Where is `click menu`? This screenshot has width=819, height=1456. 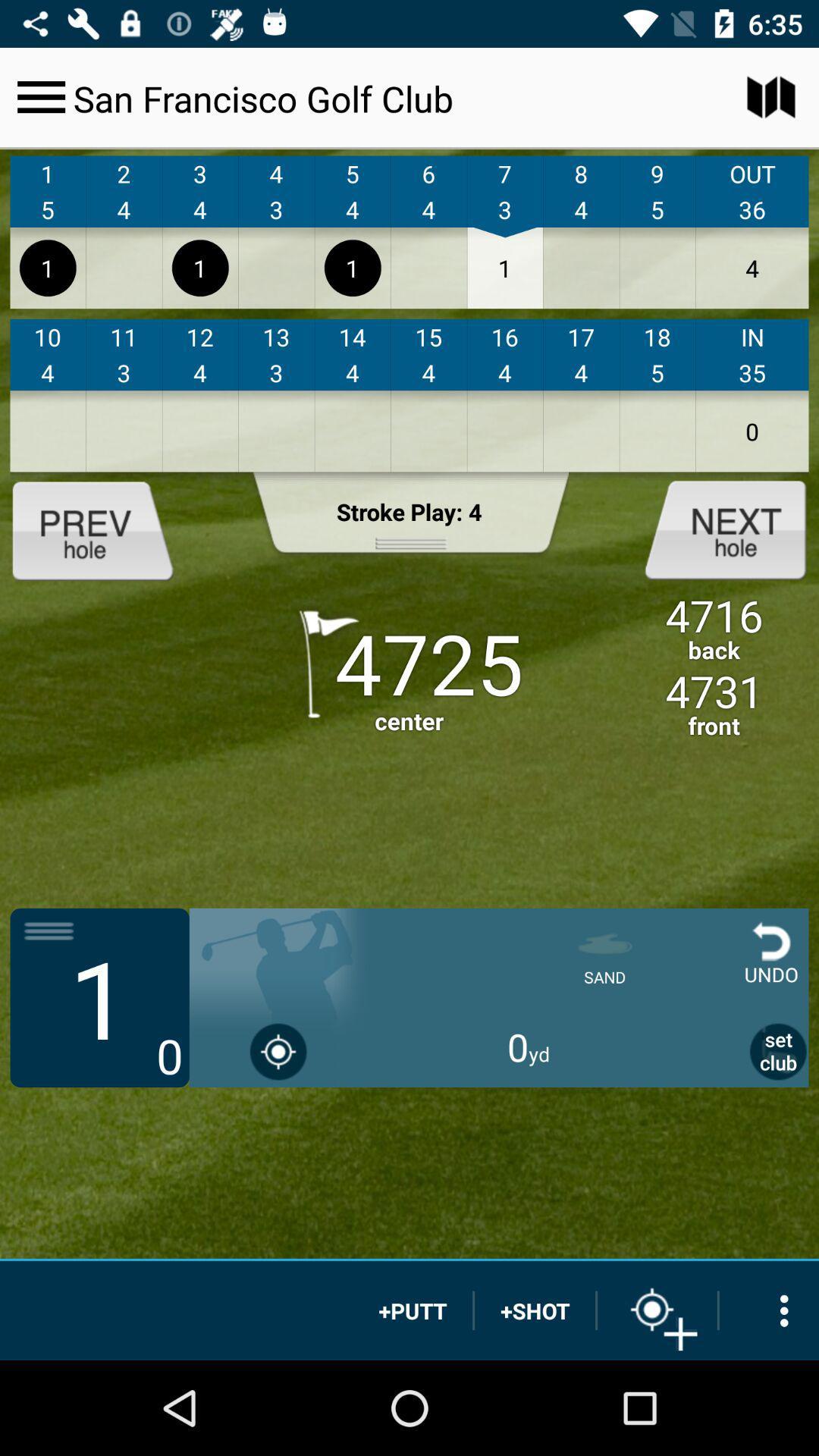
click menu is located at coordinates (40, 96).